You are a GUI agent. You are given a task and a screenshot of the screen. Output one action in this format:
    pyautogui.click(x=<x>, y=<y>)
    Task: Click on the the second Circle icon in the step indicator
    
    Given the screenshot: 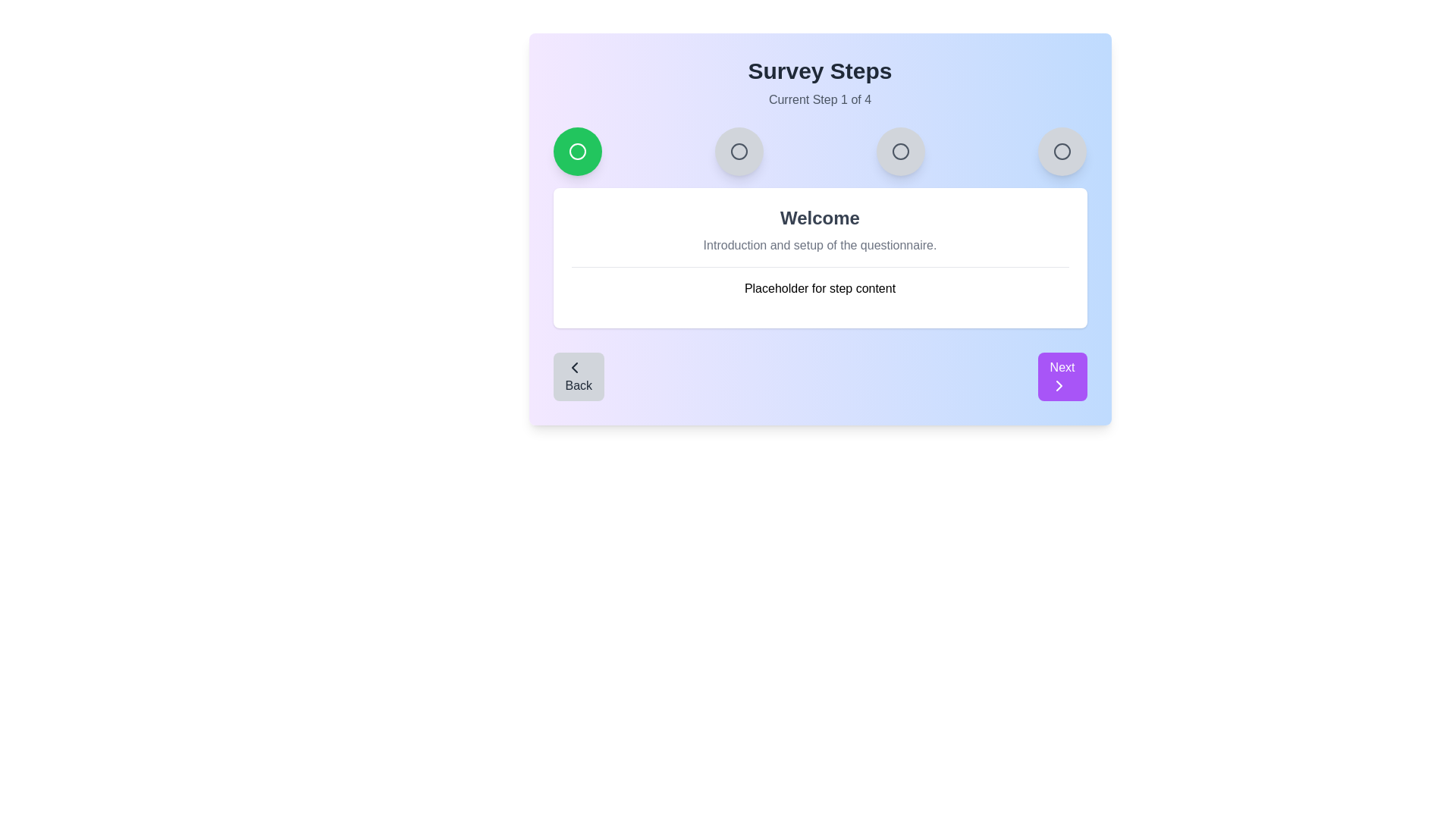 What is the action you would take?
    pyautogui.click(x=739, y=152)
    